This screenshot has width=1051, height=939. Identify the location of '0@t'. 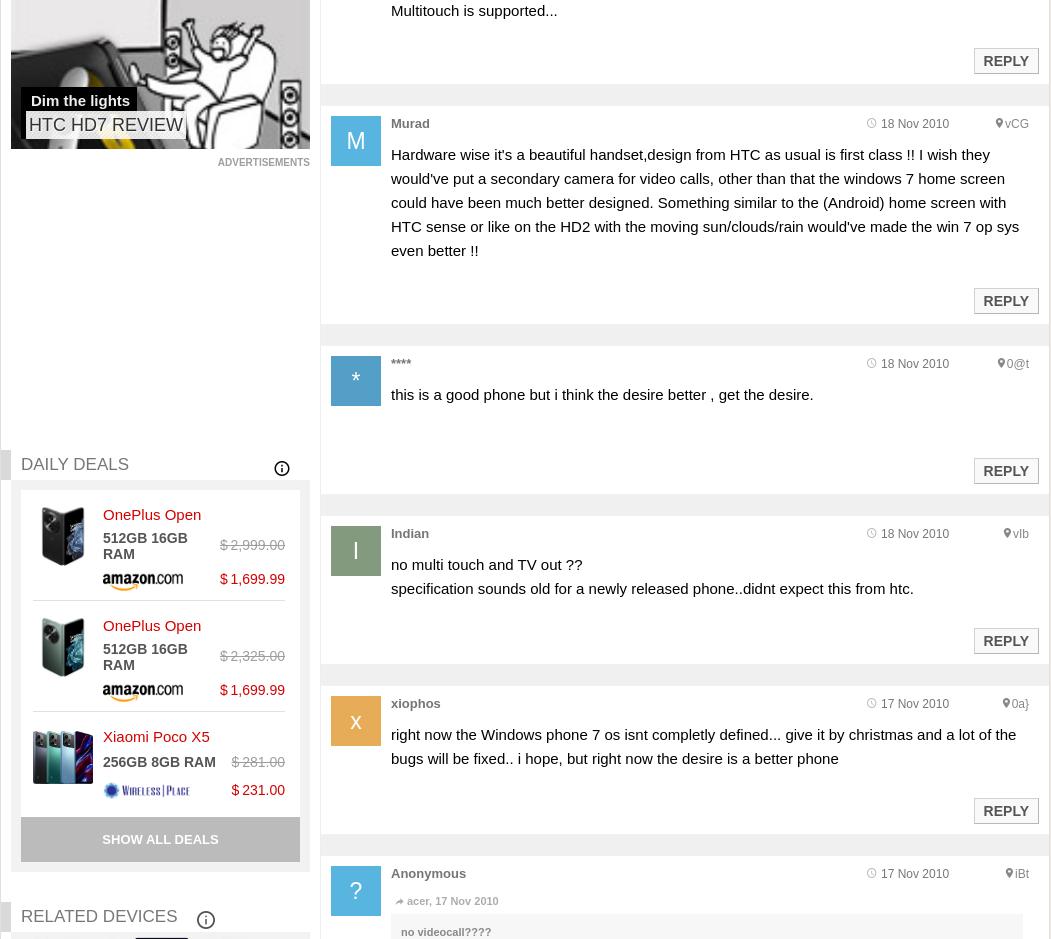
(1016, 363).